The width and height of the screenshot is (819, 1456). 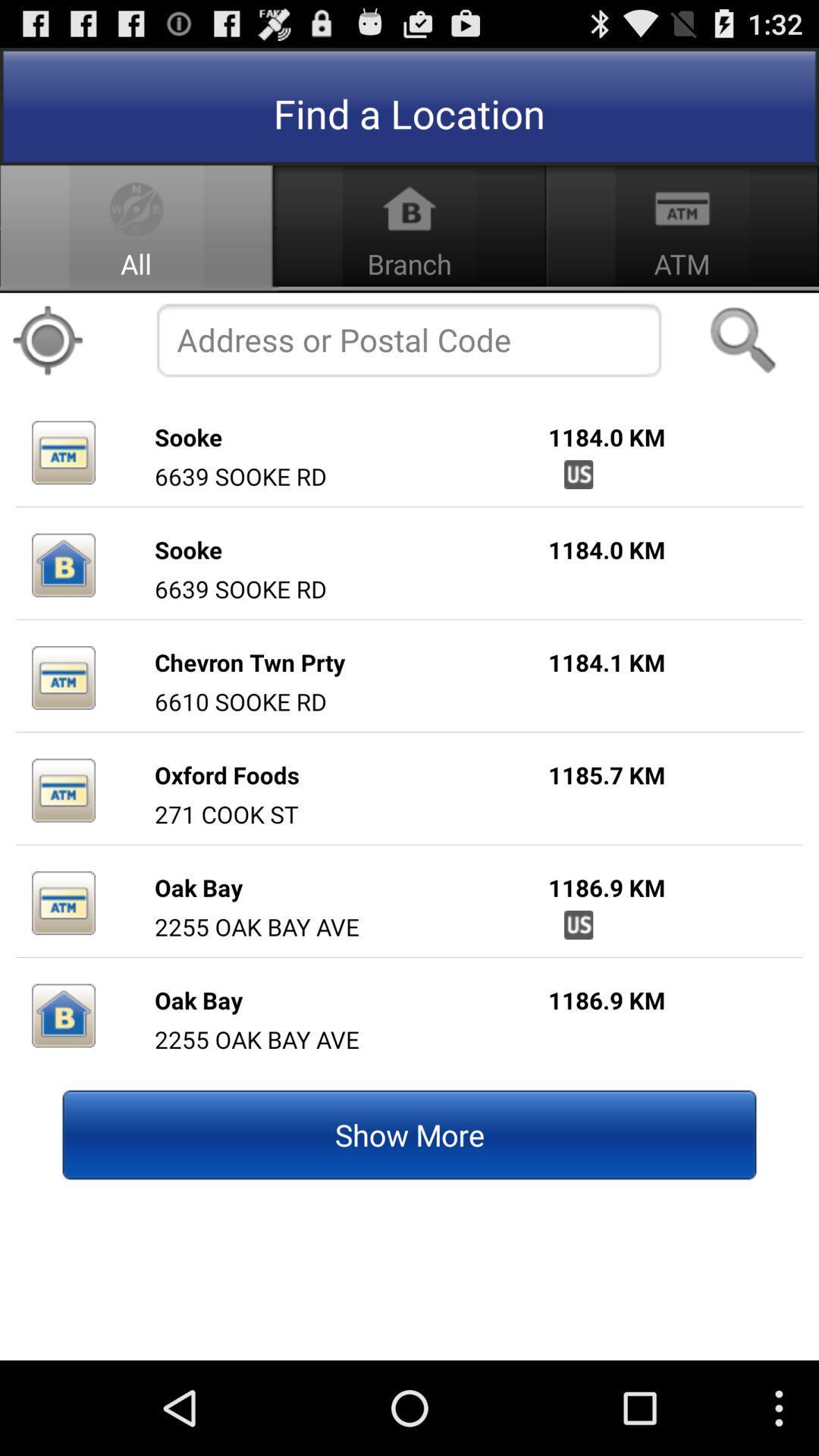 What do you see at coordinates (742, 340) in the screenshot?
I see `the icon above the 1184.0 km item` at bounding box center [742, 340].